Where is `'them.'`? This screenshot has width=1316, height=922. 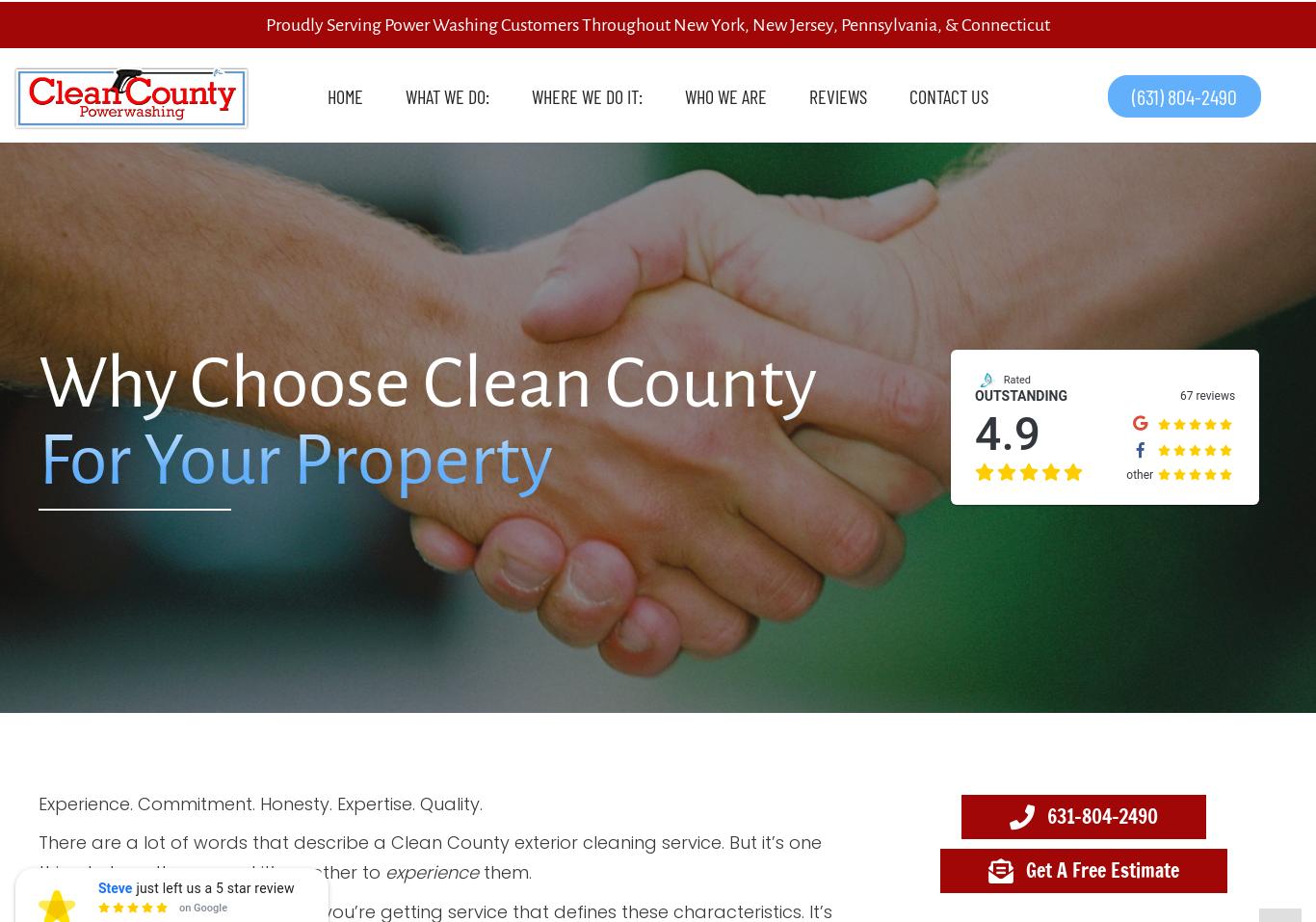
'them.' is located at coordinates (505, 871).